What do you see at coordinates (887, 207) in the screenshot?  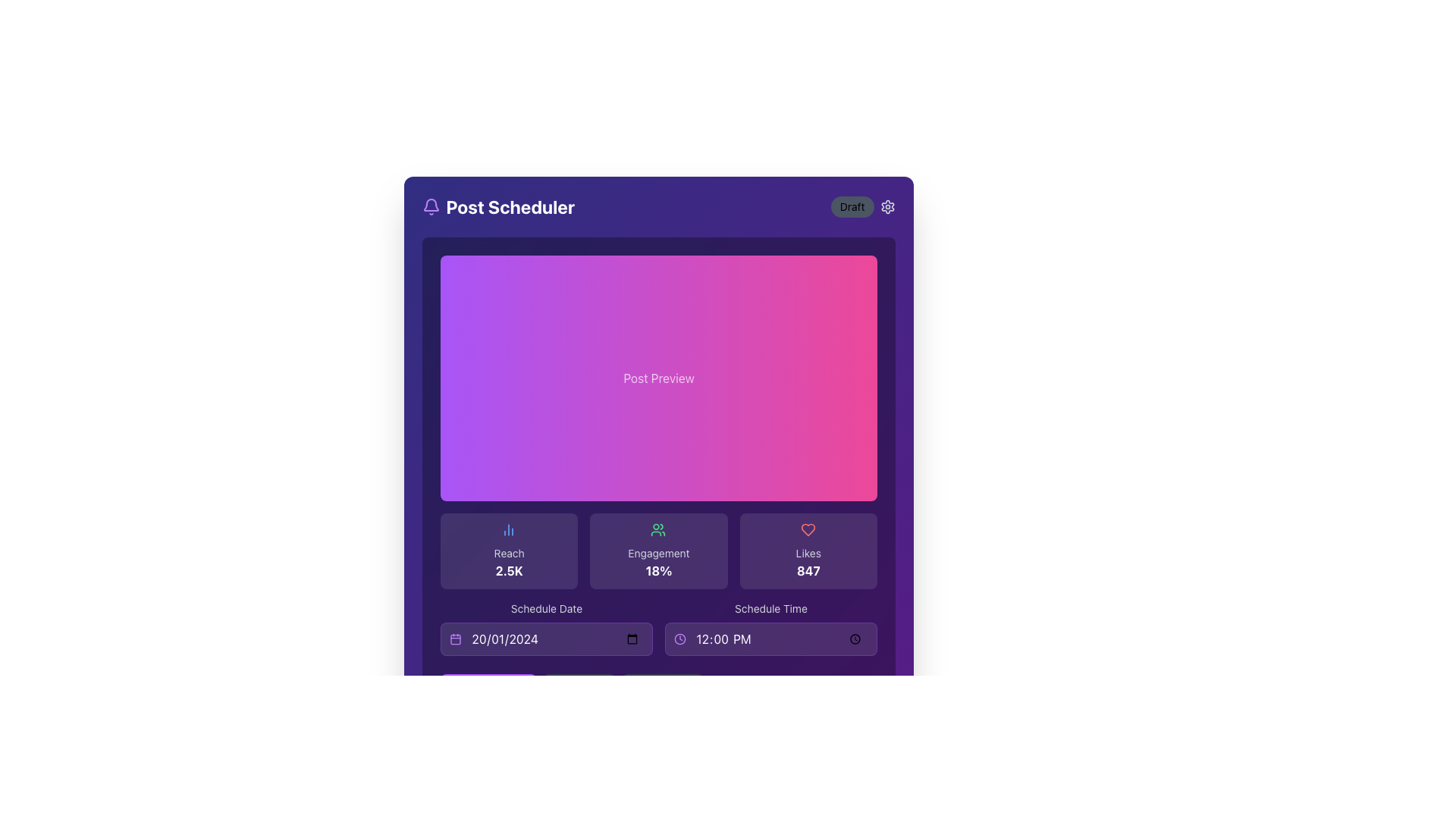 I see `the icon button in the top-right corner of the interface` at bounding box center [887, 207].